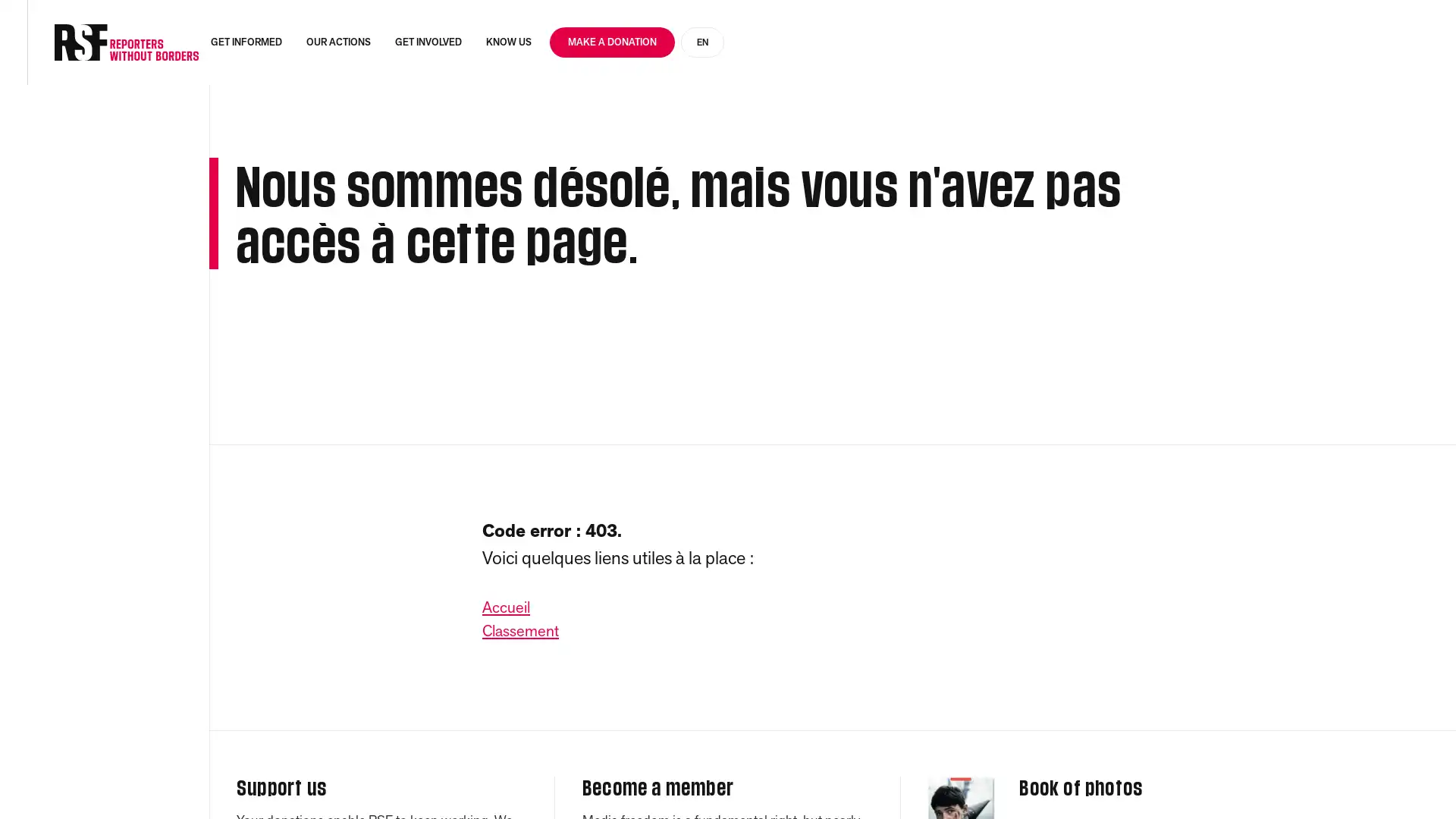 Image resolution: width=1456 pixels, height=819 pixels. Describe the element at coordinates (1082, 780) in the screenshot. I see `Refuse everything` at that location.